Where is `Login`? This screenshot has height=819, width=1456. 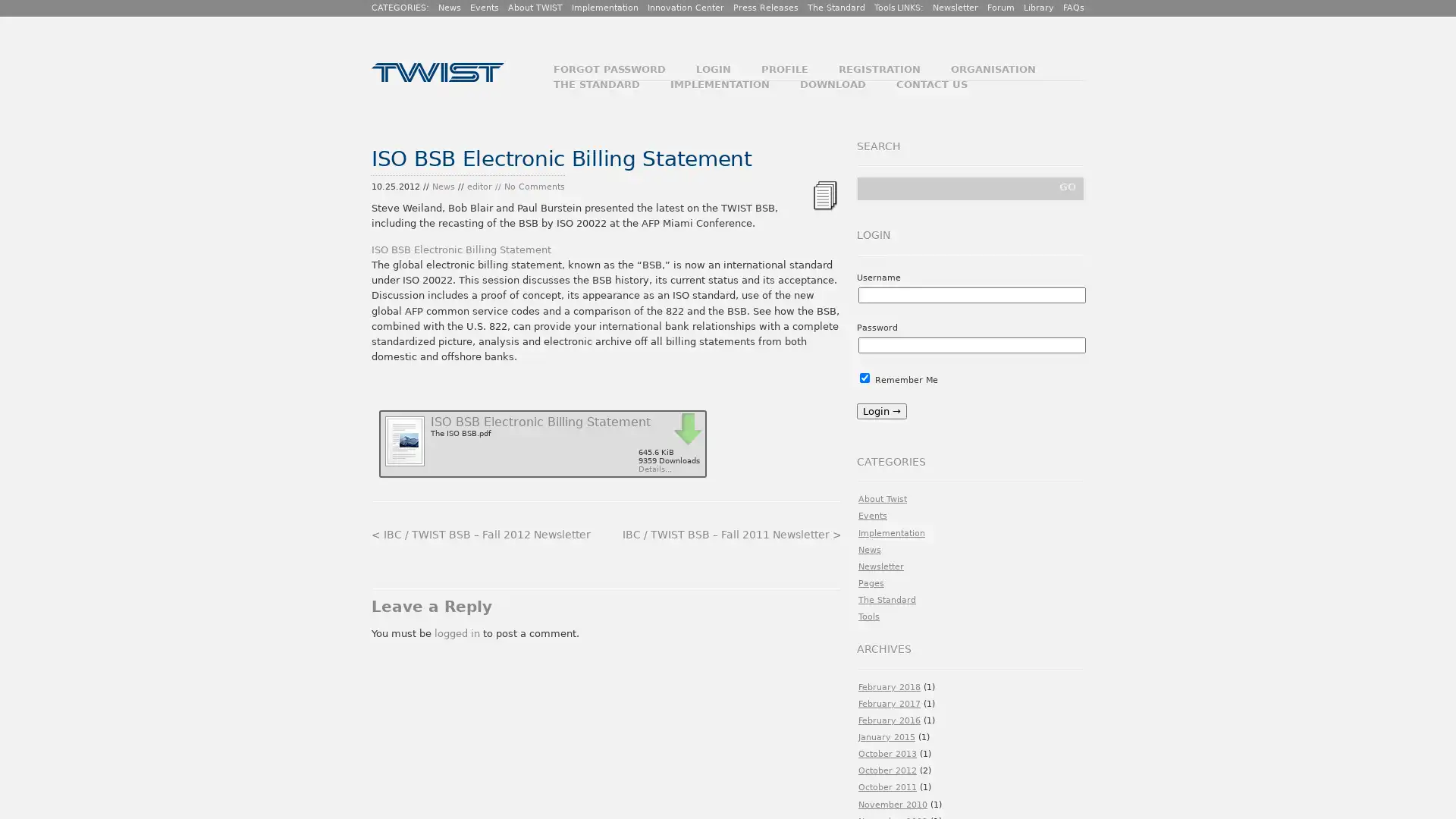 Login is located at coordinates (881, 411).